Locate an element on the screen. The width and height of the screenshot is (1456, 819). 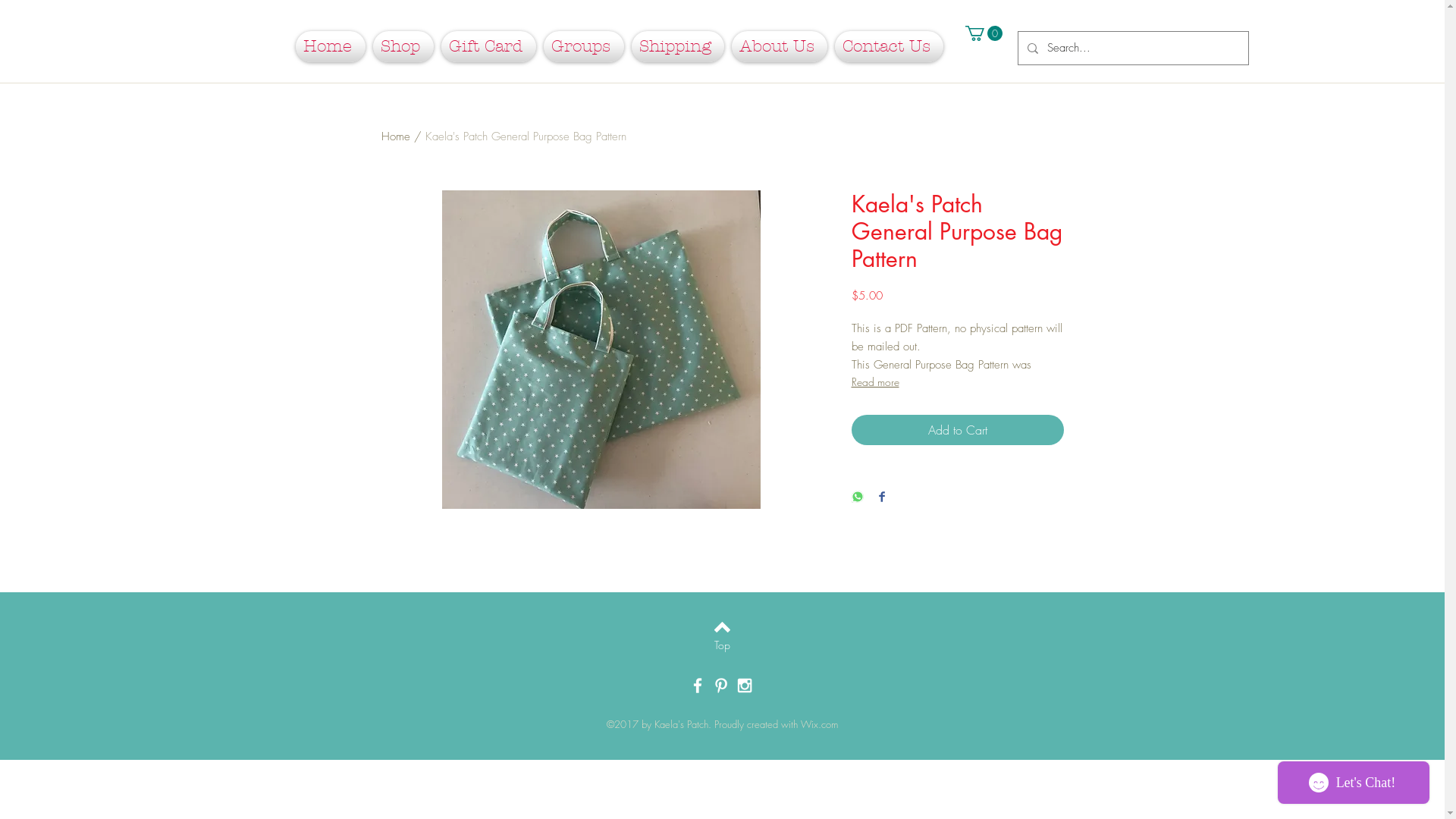
'Add to Cart' is located at coordinates (956, 430).